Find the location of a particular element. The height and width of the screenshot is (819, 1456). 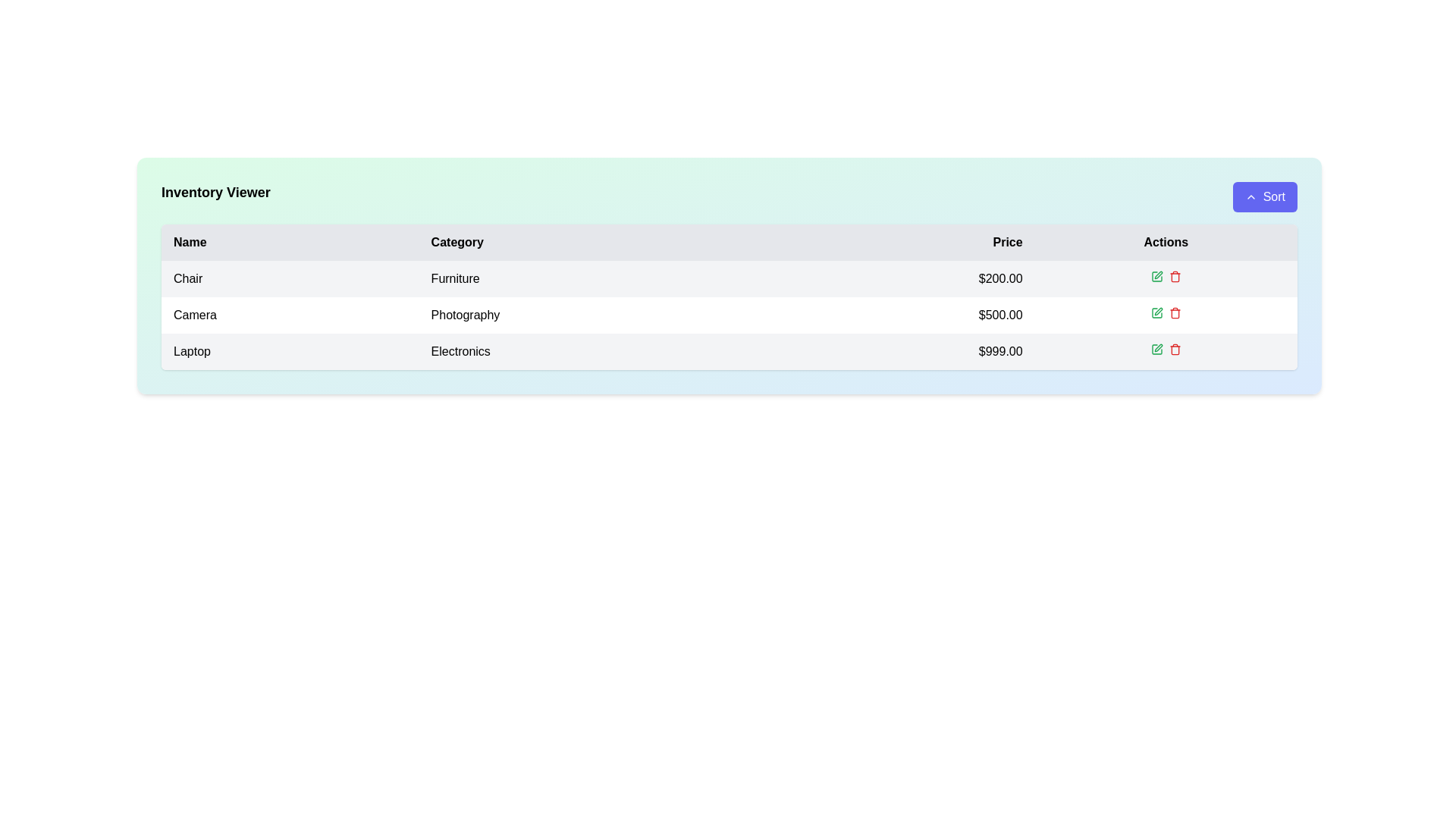

the edit button icon in the 'Actions' column of the first row is located at coordinates (1157, 275).